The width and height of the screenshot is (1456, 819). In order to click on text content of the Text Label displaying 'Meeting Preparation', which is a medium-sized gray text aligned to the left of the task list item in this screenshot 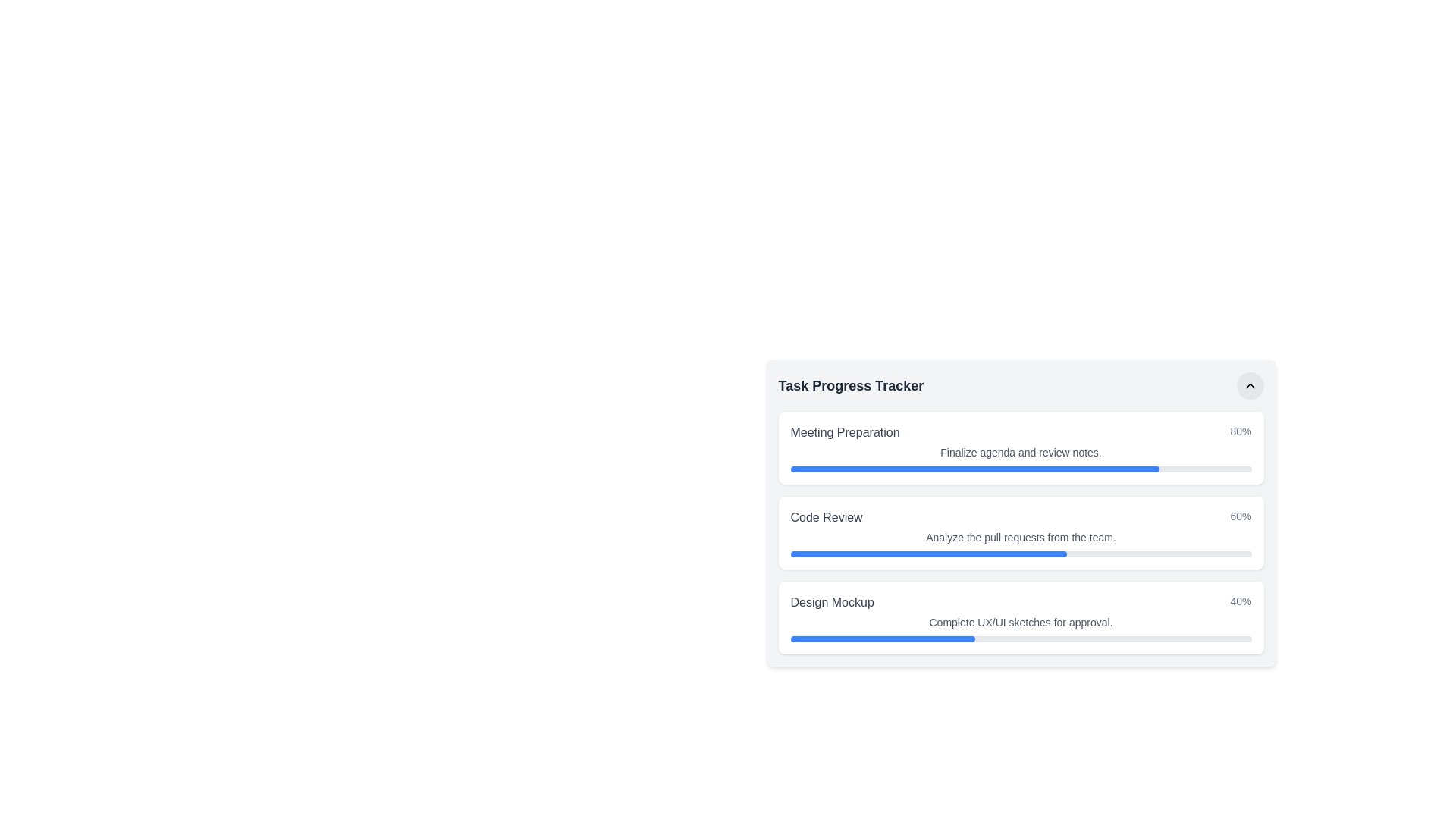, I will do `click(844, 432)`.